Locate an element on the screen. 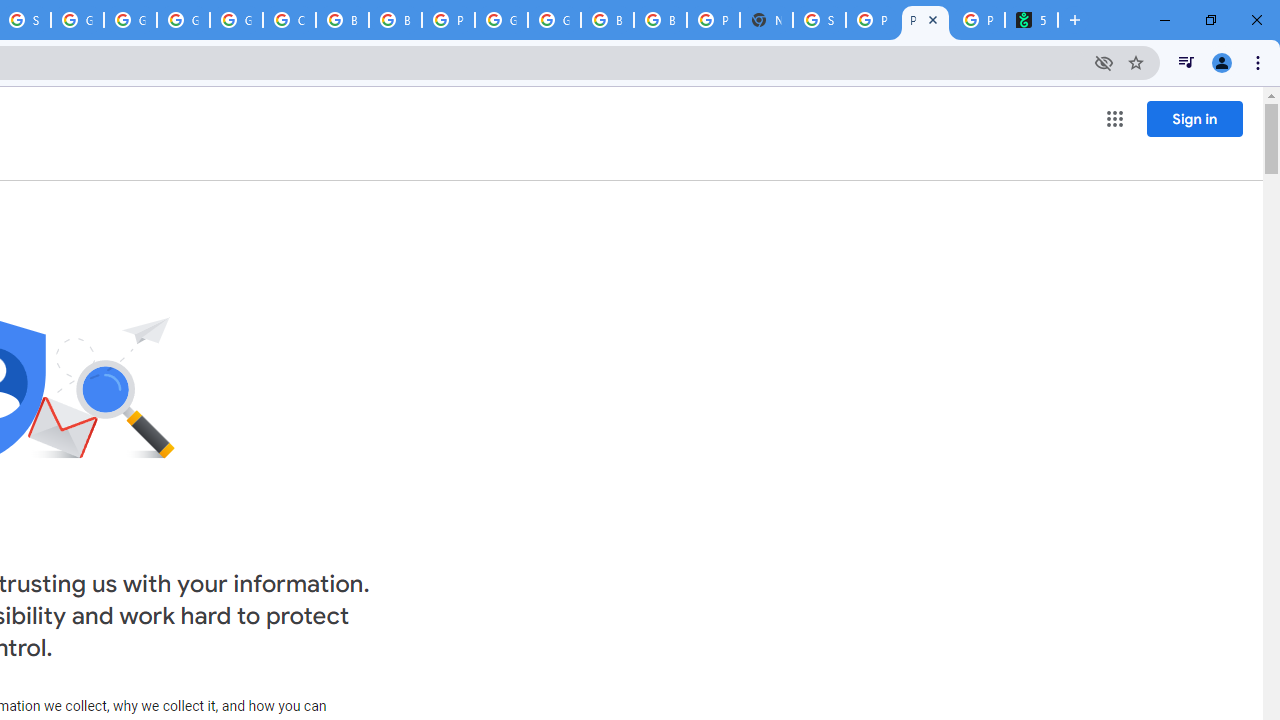 Image resolution: width=1280 pixels, height=720 pixels. 'Browse Chrome as a guest - Computer - Google Chrome Help' is located at coordinates (395, 20).